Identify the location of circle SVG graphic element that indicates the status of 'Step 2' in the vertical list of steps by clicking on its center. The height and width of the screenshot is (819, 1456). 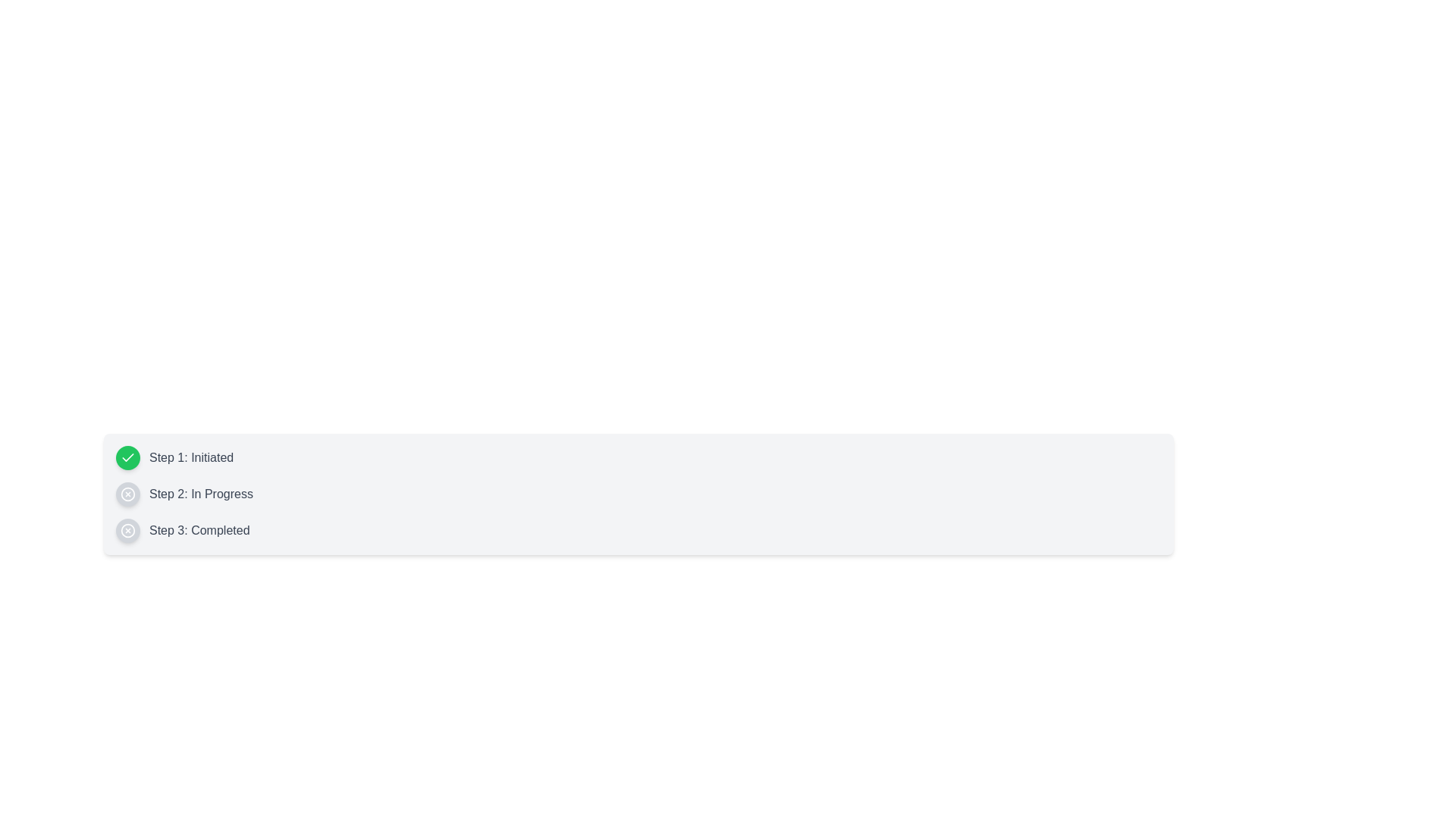
(127, 494).